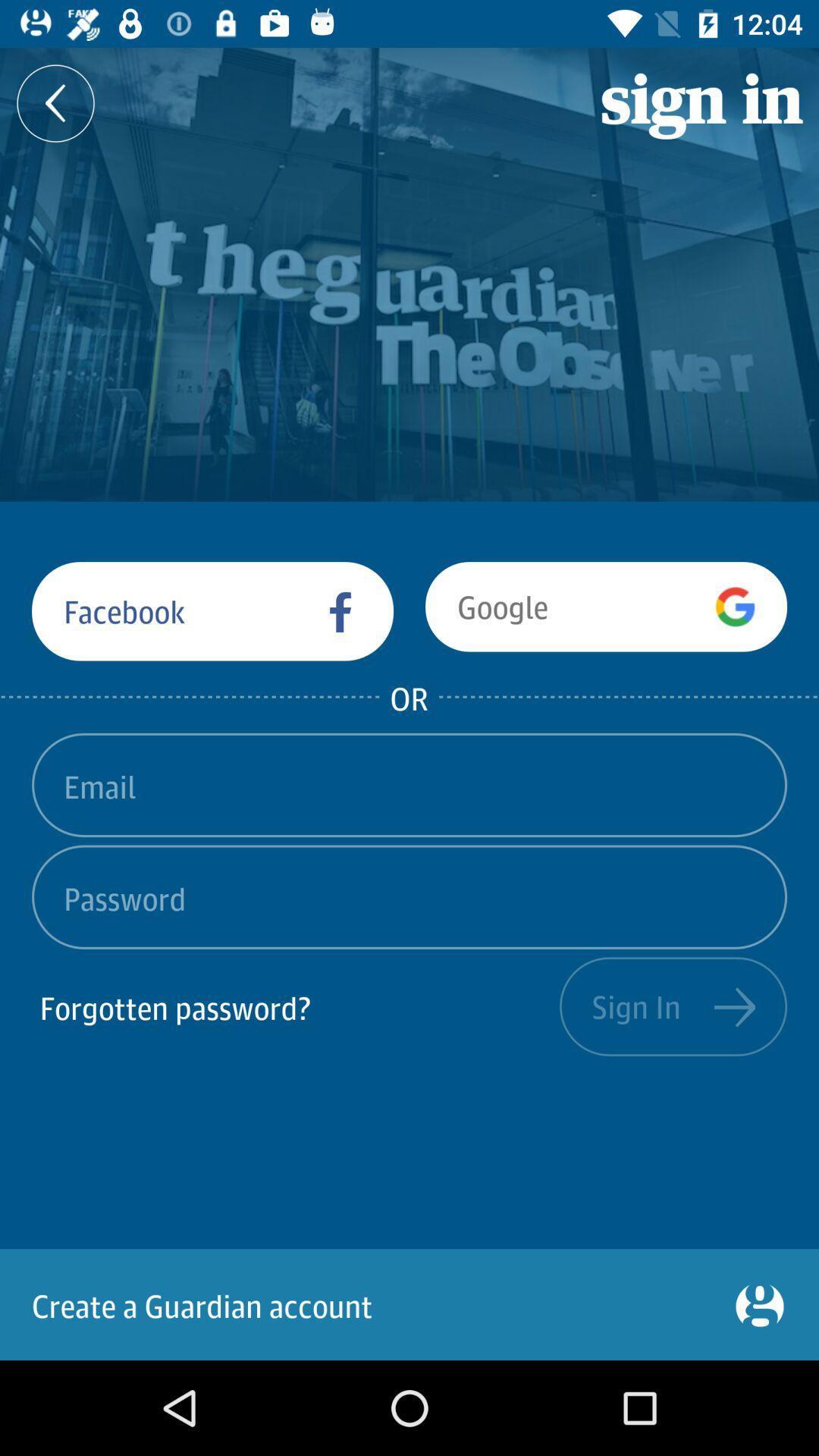  I want to click on the item below or icon, so click(409, 785).